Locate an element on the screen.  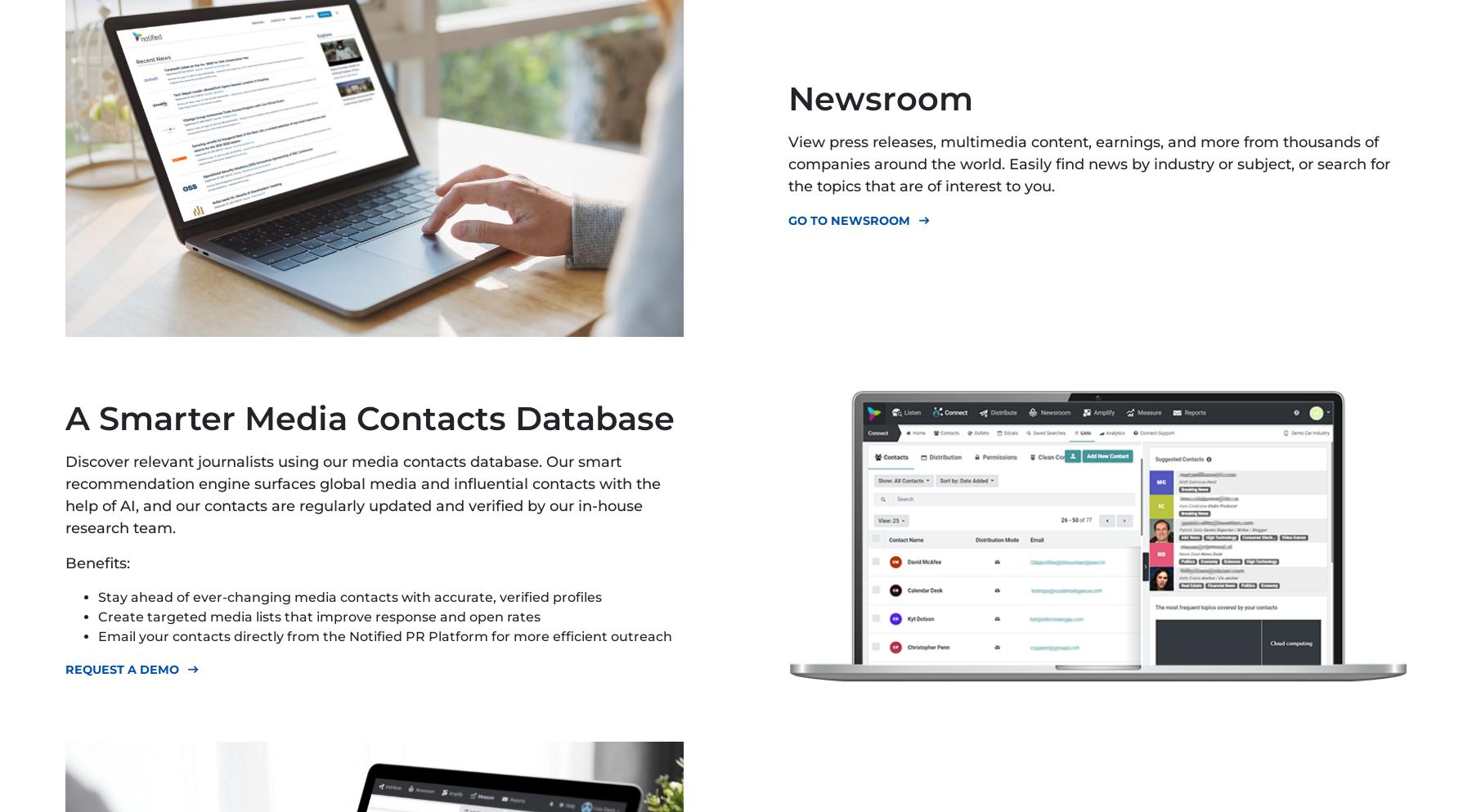
'View press releases, multimedia content, earnings, and more from thousands of companies around the world. Easily find news by industry or subject, or search for the topics that are of interest to you.' is located at coordinates (1089, 163).